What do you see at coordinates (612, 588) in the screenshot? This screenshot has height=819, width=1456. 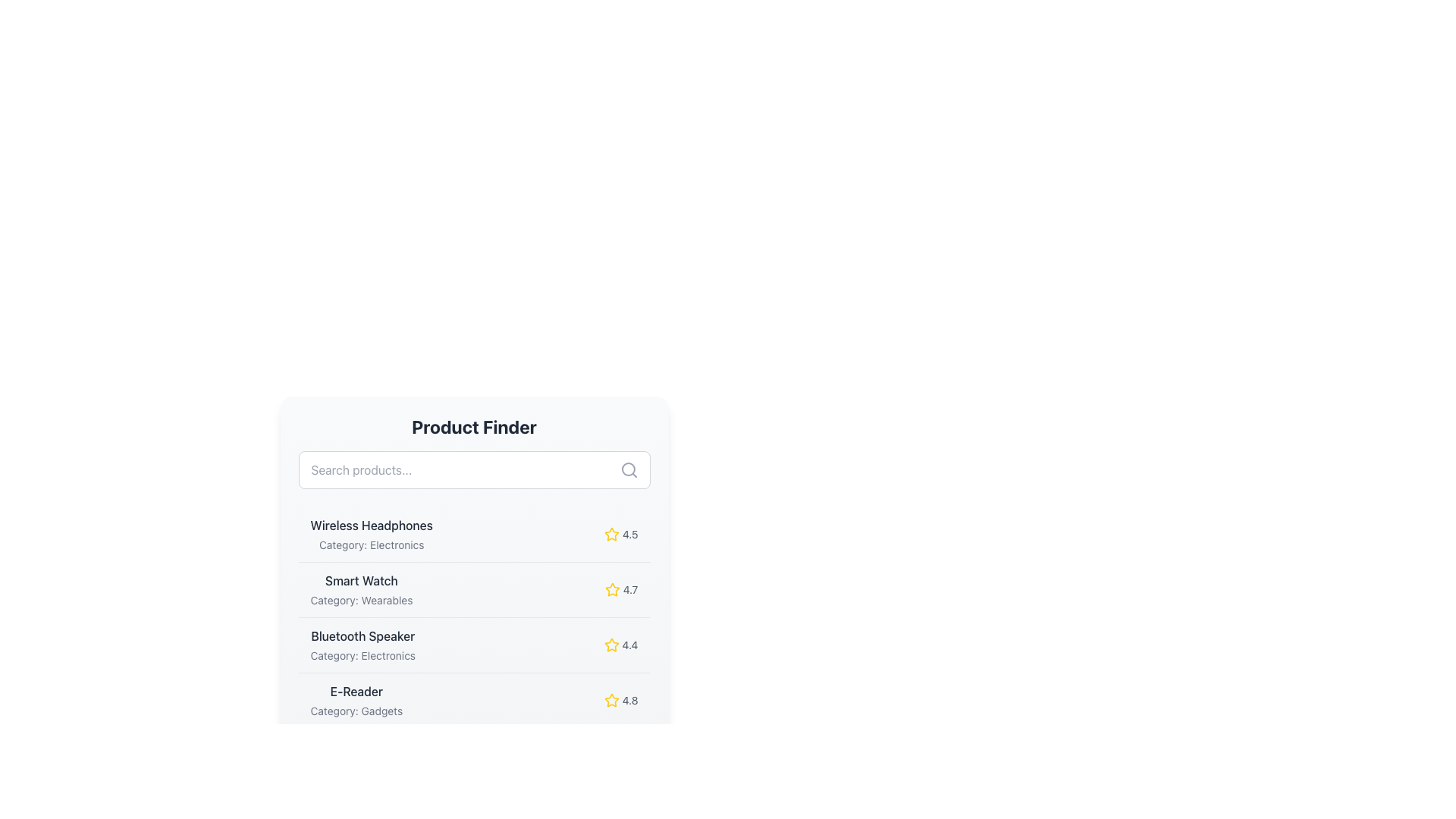 I see `the star-shaped yellow icon representing the rating for the 'Smart Watch' item, which is positioned to the right of the text 'Smart Watch' and aligns with the rating number '4.7'` at bounding box center [612, 588].